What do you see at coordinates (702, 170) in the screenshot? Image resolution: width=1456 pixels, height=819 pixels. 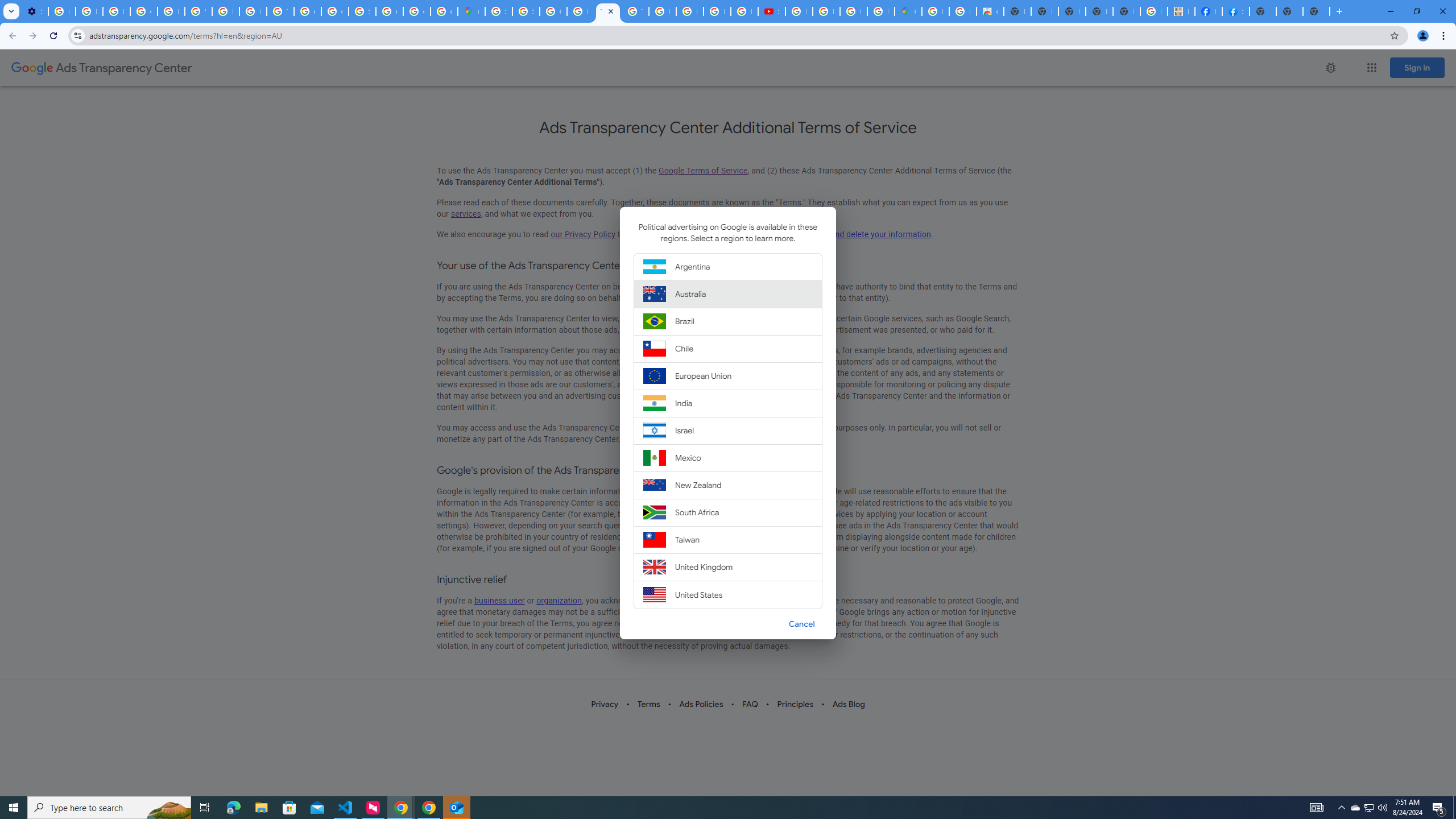 I see `'Google Terms of Service'` at bounding box center [702, 170].